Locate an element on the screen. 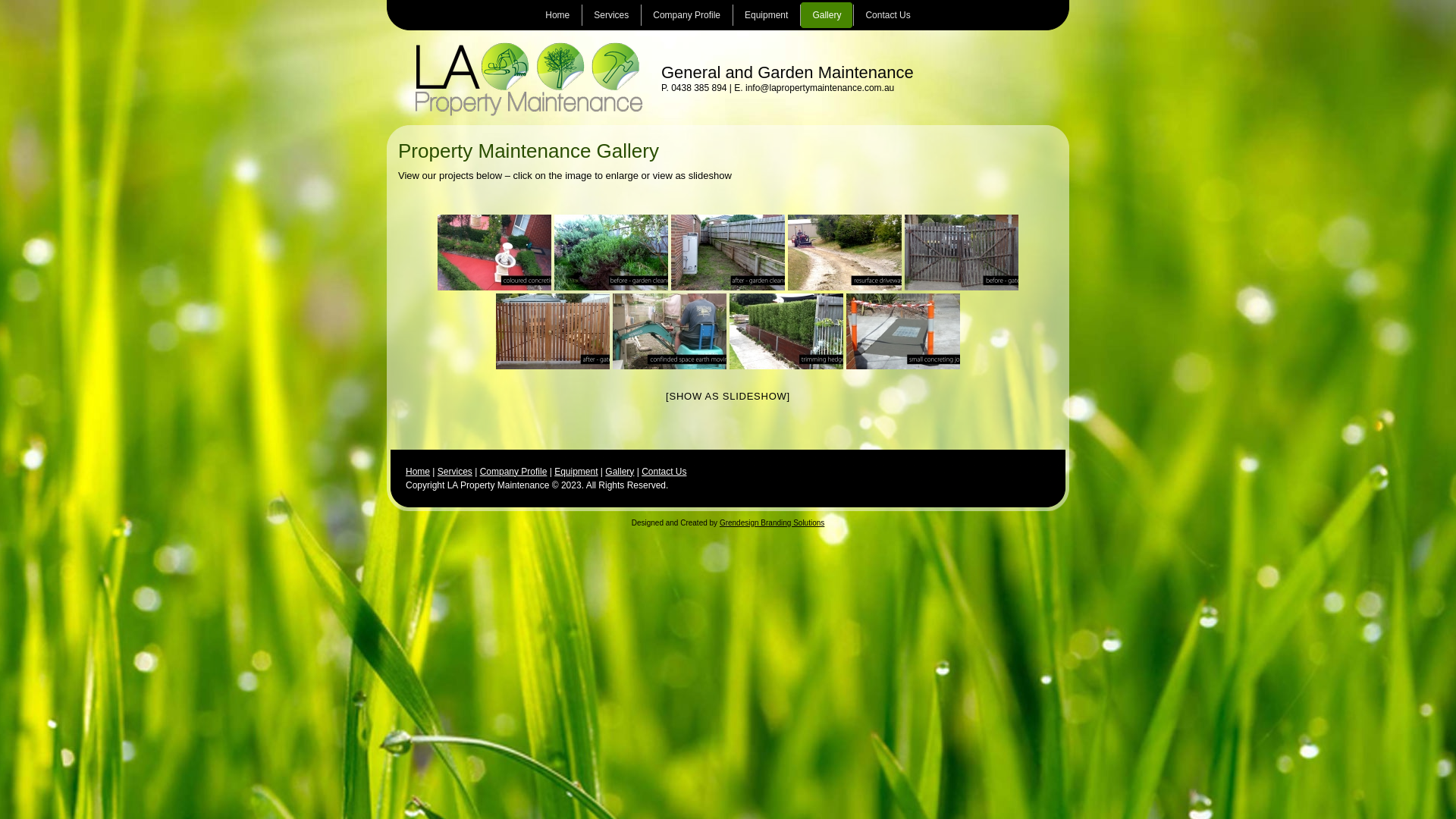  'Home' is located at coordinates (556, 14).